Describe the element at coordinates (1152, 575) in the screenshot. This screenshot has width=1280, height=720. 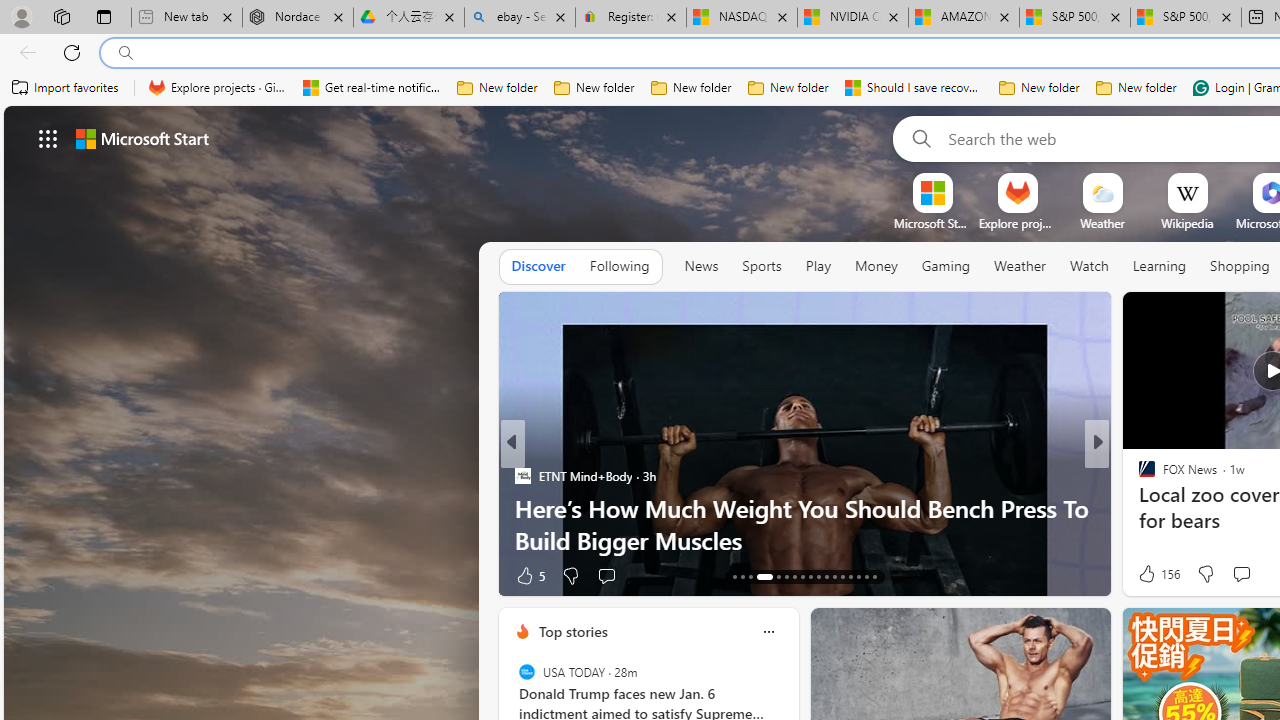
I see `'347 Like'` at that location.